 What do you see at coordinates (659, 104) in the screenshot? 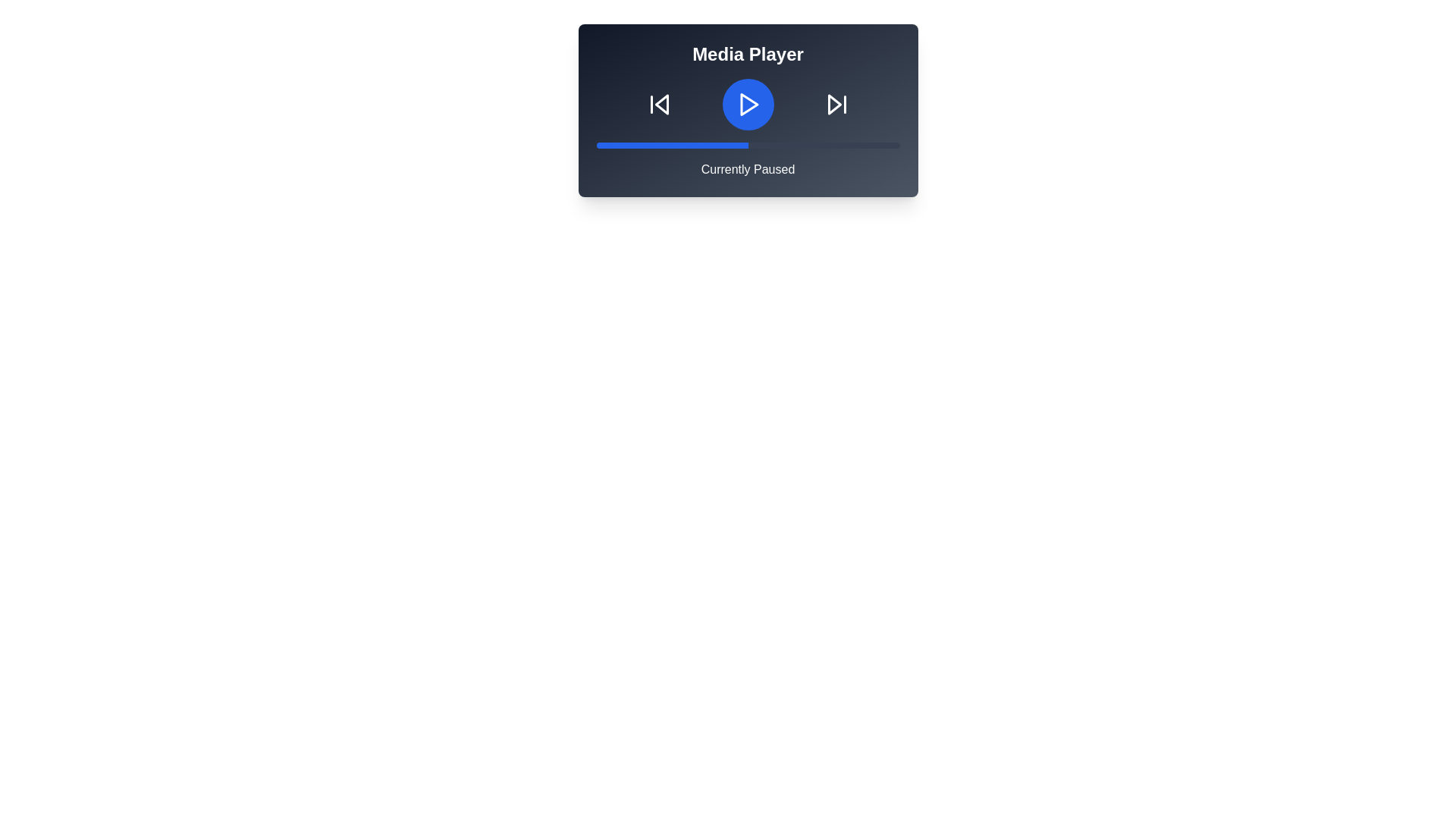
I see `the 'Skip Back' button to skip to the previous track` at bounding box center [659, 104].